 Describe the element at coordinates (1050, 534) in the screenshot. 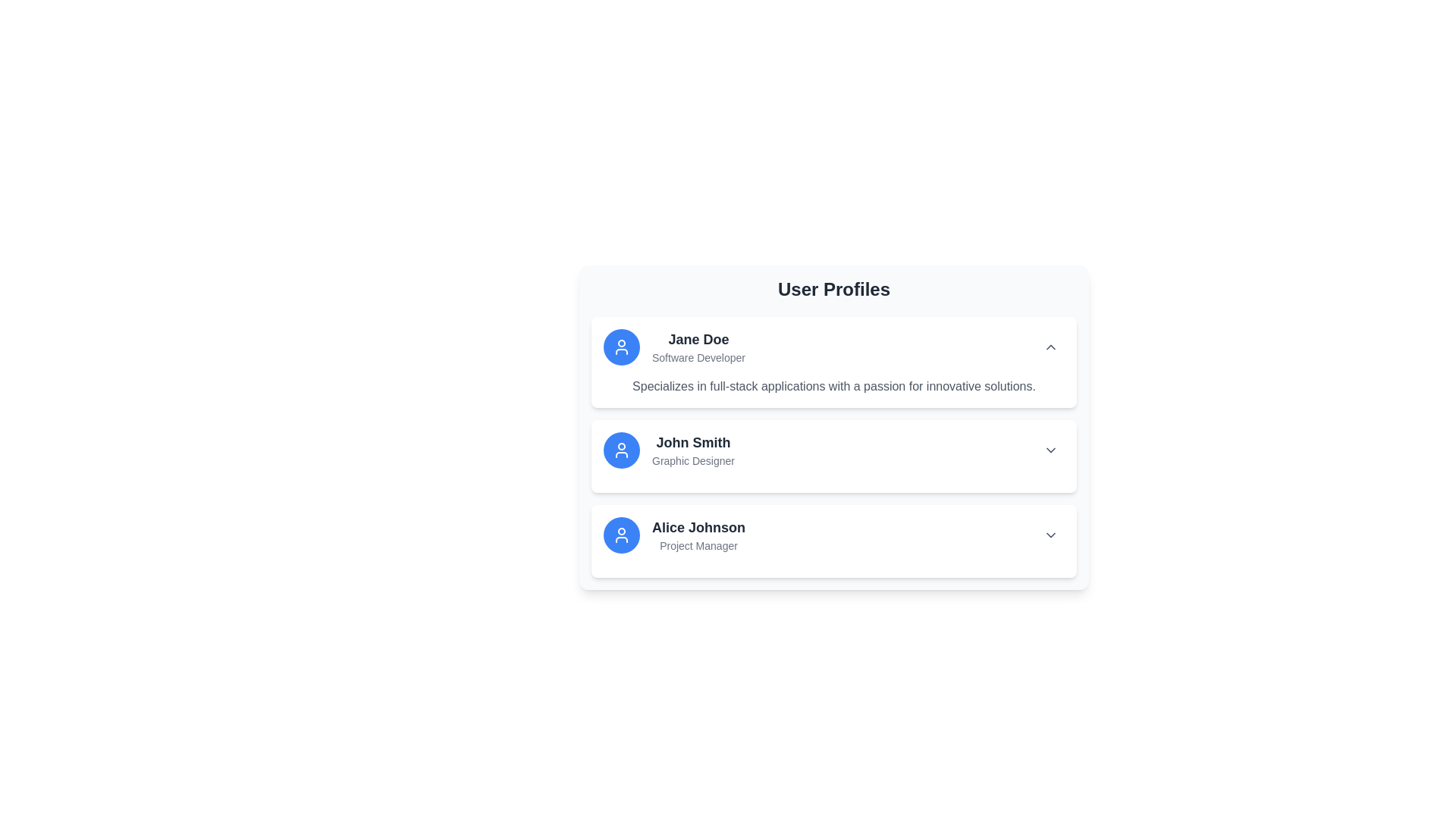

I see `the small square button with a downward-pointing chevron icon located at the top-right corner of the 'Alice Johnson - Project Manager' card` at that location.